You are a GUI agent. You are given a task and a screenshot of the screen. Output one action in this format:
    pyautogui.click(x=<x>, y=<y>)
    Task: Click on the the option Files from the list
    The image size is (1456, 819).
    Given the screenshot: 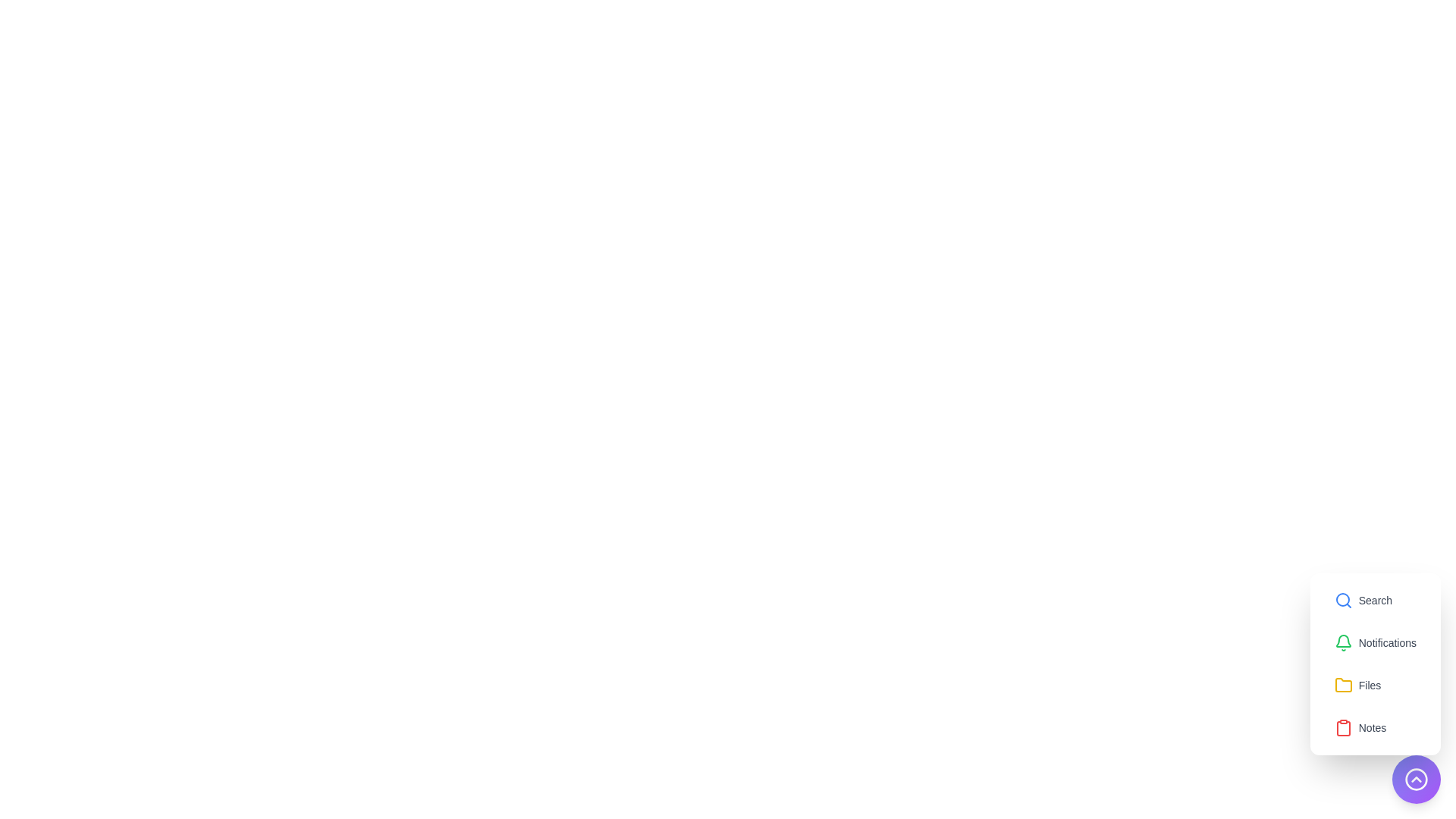 What is the action you would take?
    pyautogui.click(x=1357, y=685)
    